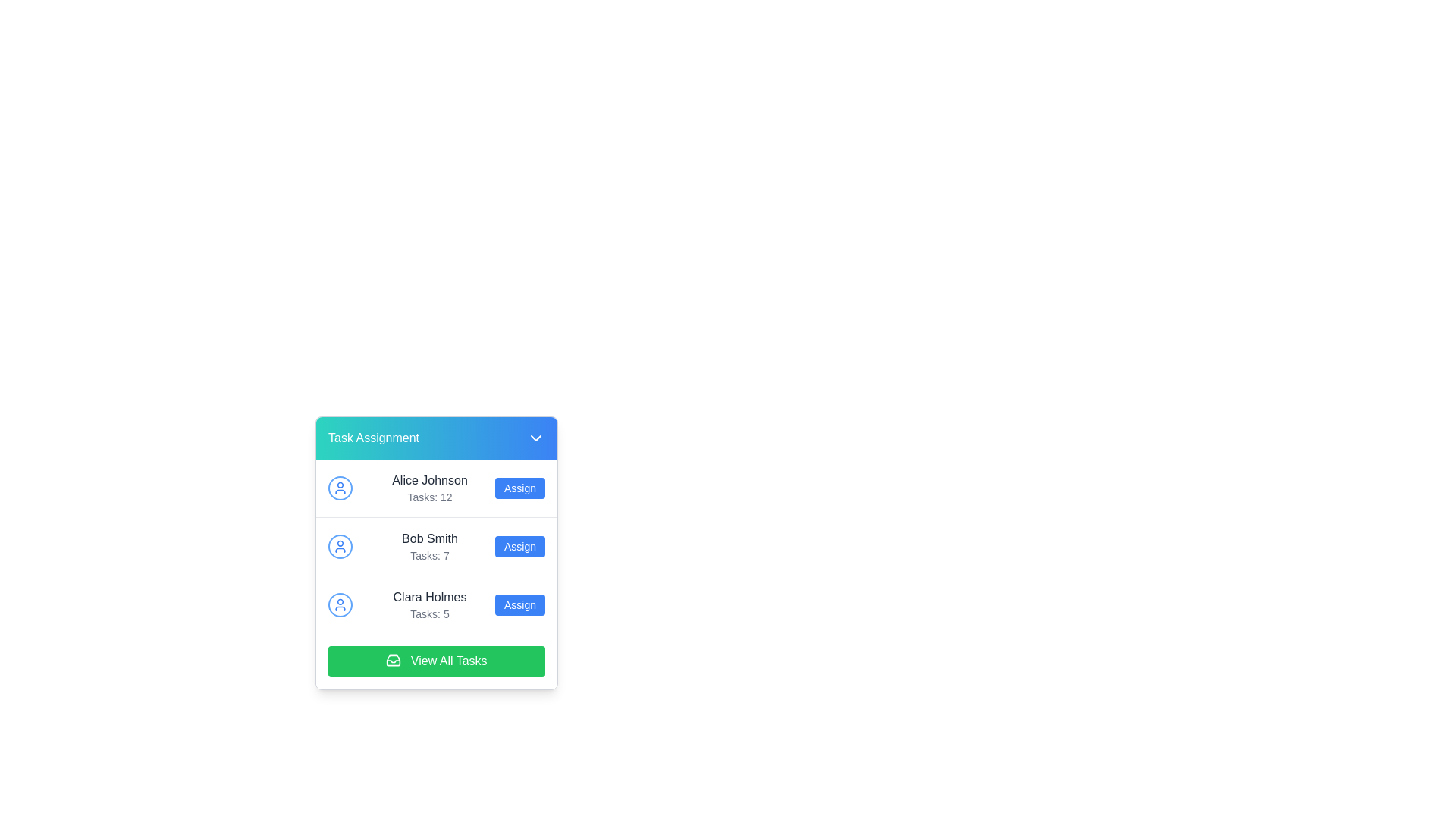 Image resolution: width=1456 pixels, height=819 pixels. I want to click on the user icon representing 'Bob Smith' located at the start of the row labeled 'Bob Smith Tasks: 7', so click(340, 547).